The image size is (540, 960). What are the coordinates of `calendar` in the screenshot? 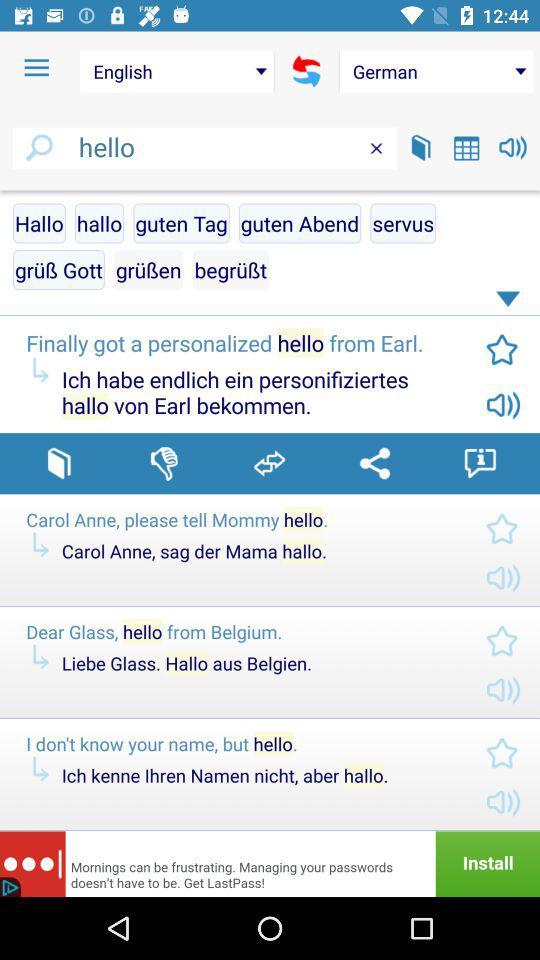 It's located at (466, 147).